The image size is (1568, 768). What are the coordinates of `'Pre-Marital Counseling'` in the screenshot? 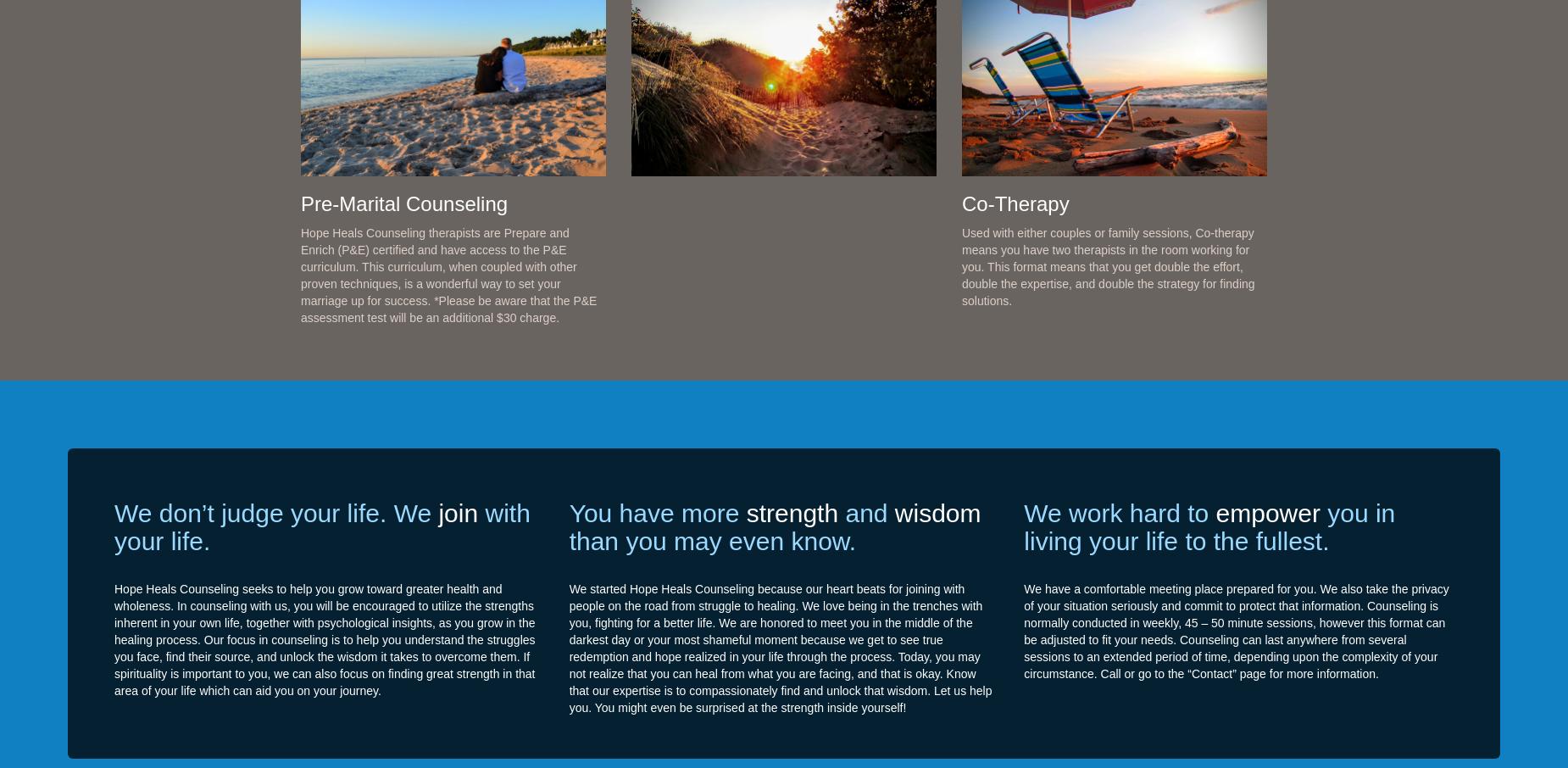 It's located at (300, 203).